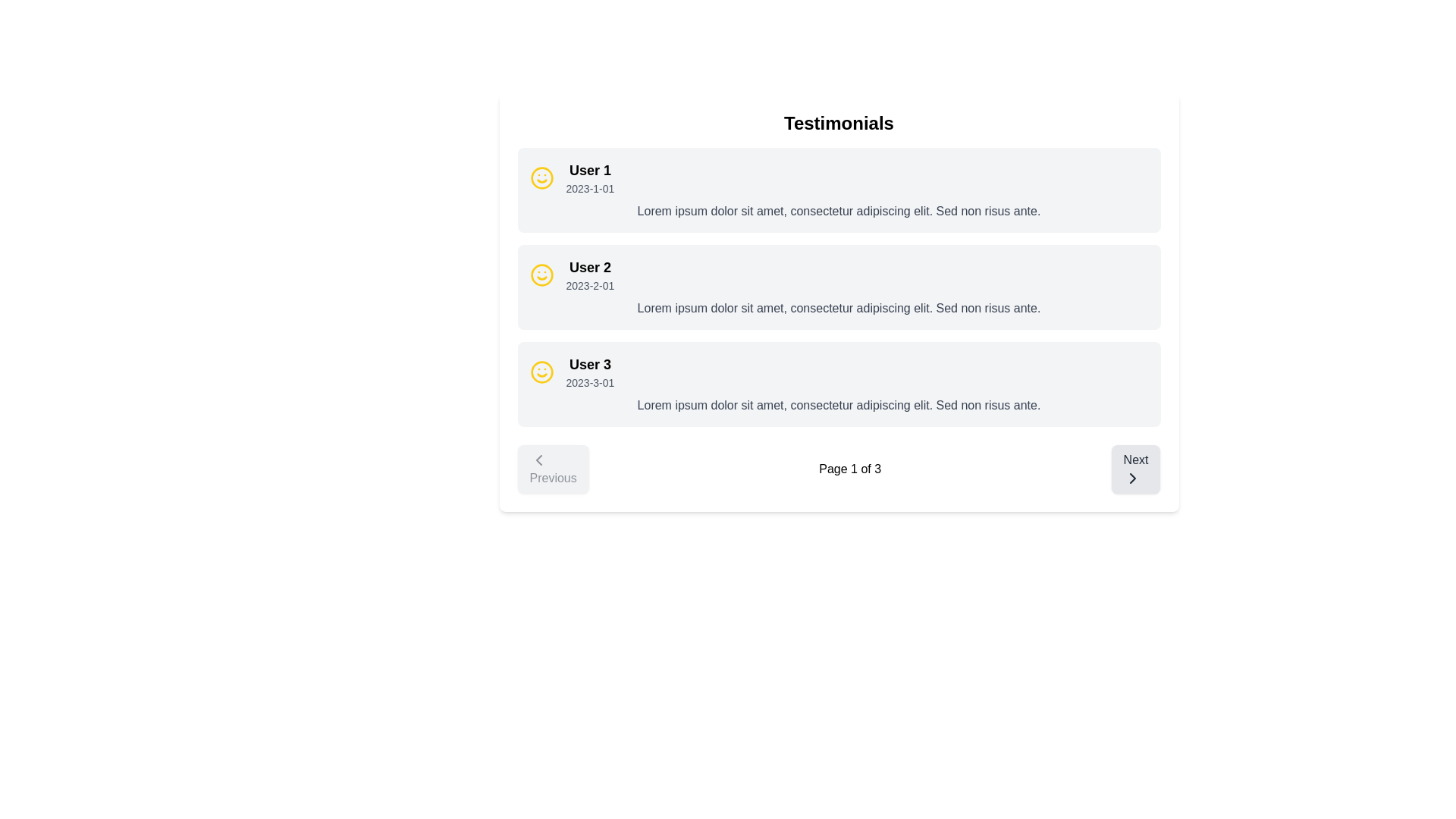  I want to click on the leftmost button located at the bottom of the testimonials section, so click(552, 468).